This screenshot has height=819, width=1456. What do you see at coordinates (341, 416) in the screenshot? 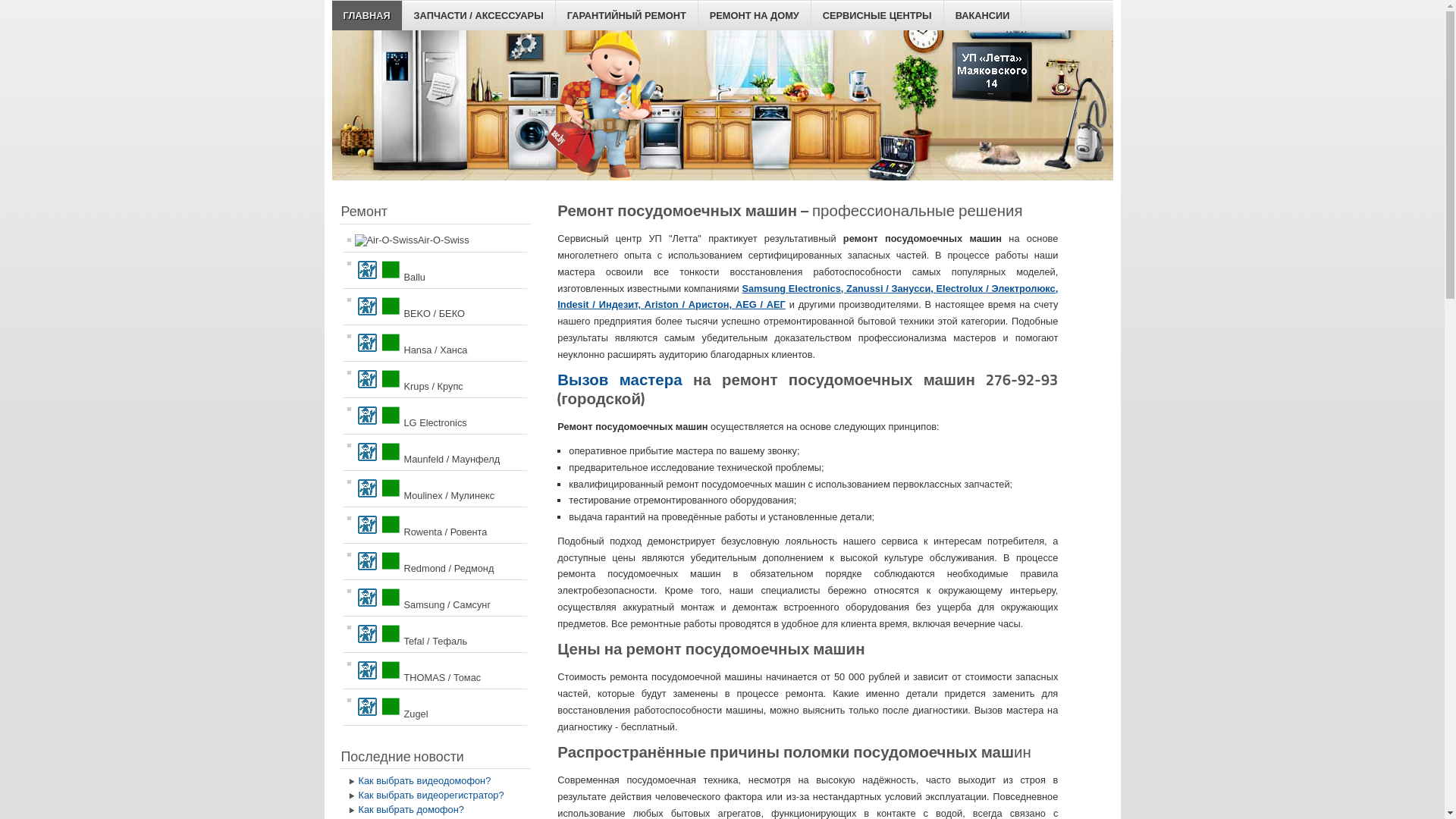
I see `'LG Electronics'` at bounding box center [341, 416].